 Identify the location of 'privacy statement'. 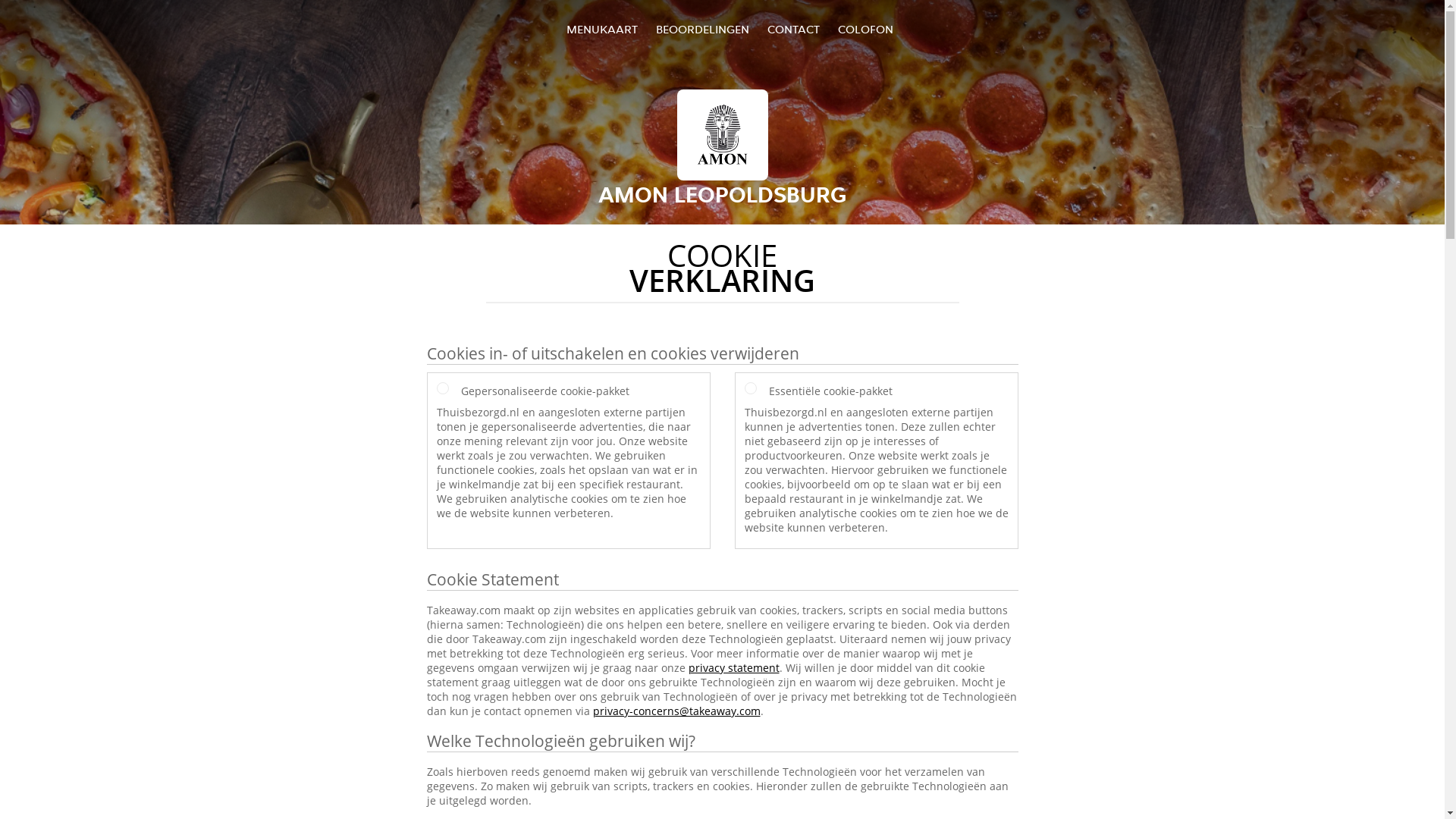
(687, 667).